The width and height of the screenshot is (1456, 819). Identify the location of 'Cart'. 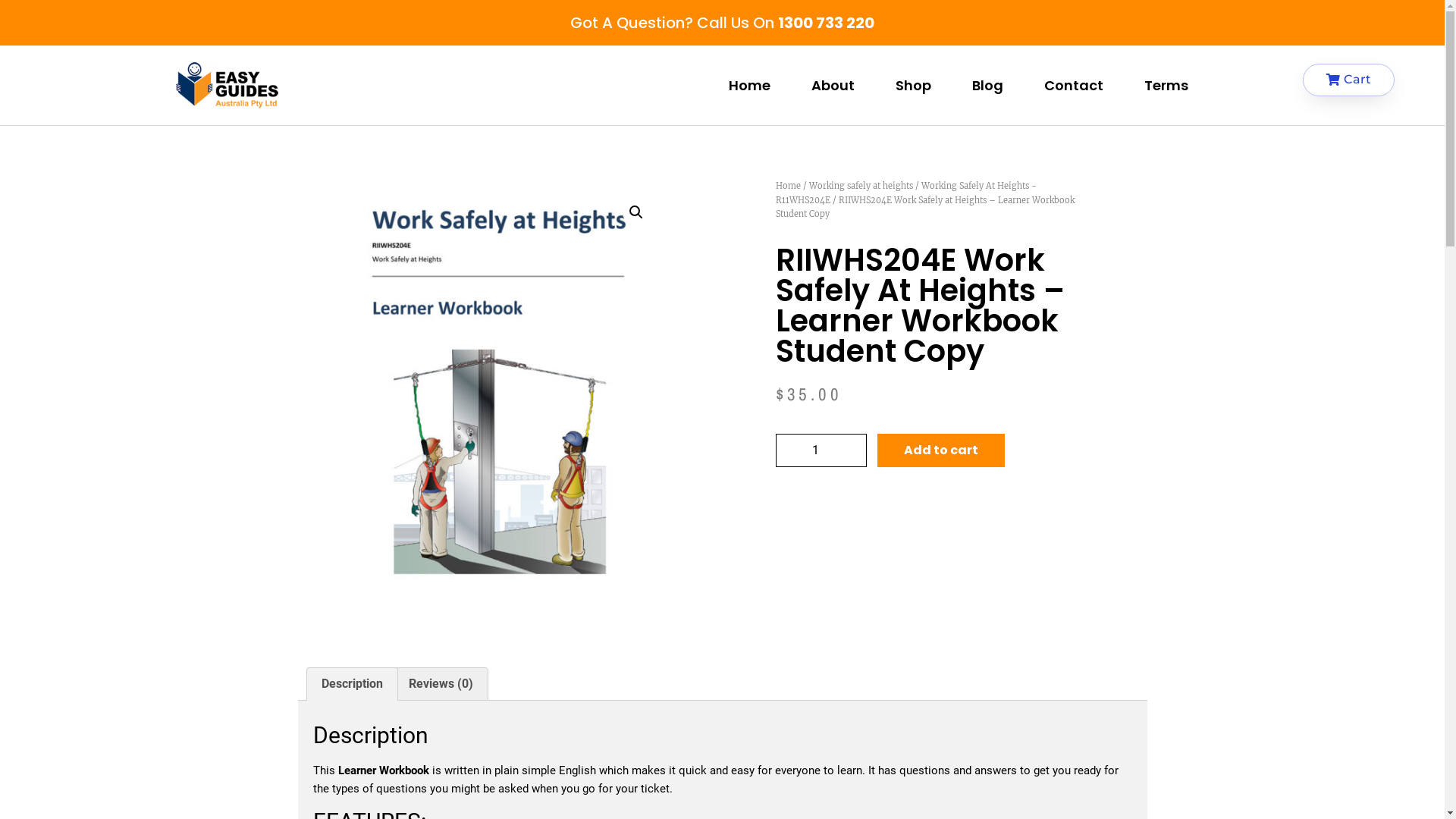
(1348, 80).